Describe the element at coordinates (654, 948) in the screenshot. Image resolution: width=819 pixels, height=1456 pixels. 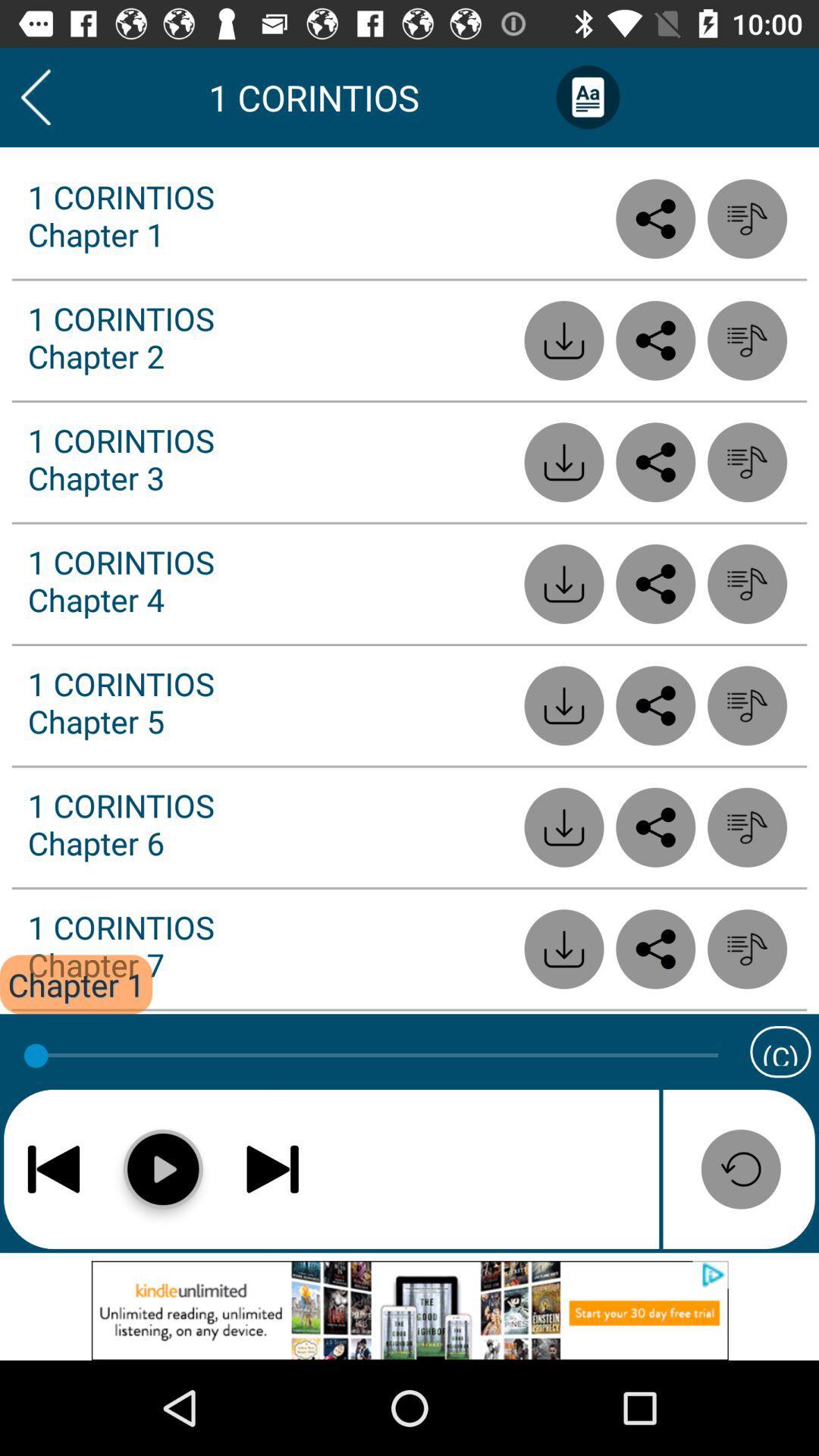
I see `share button` at that location.